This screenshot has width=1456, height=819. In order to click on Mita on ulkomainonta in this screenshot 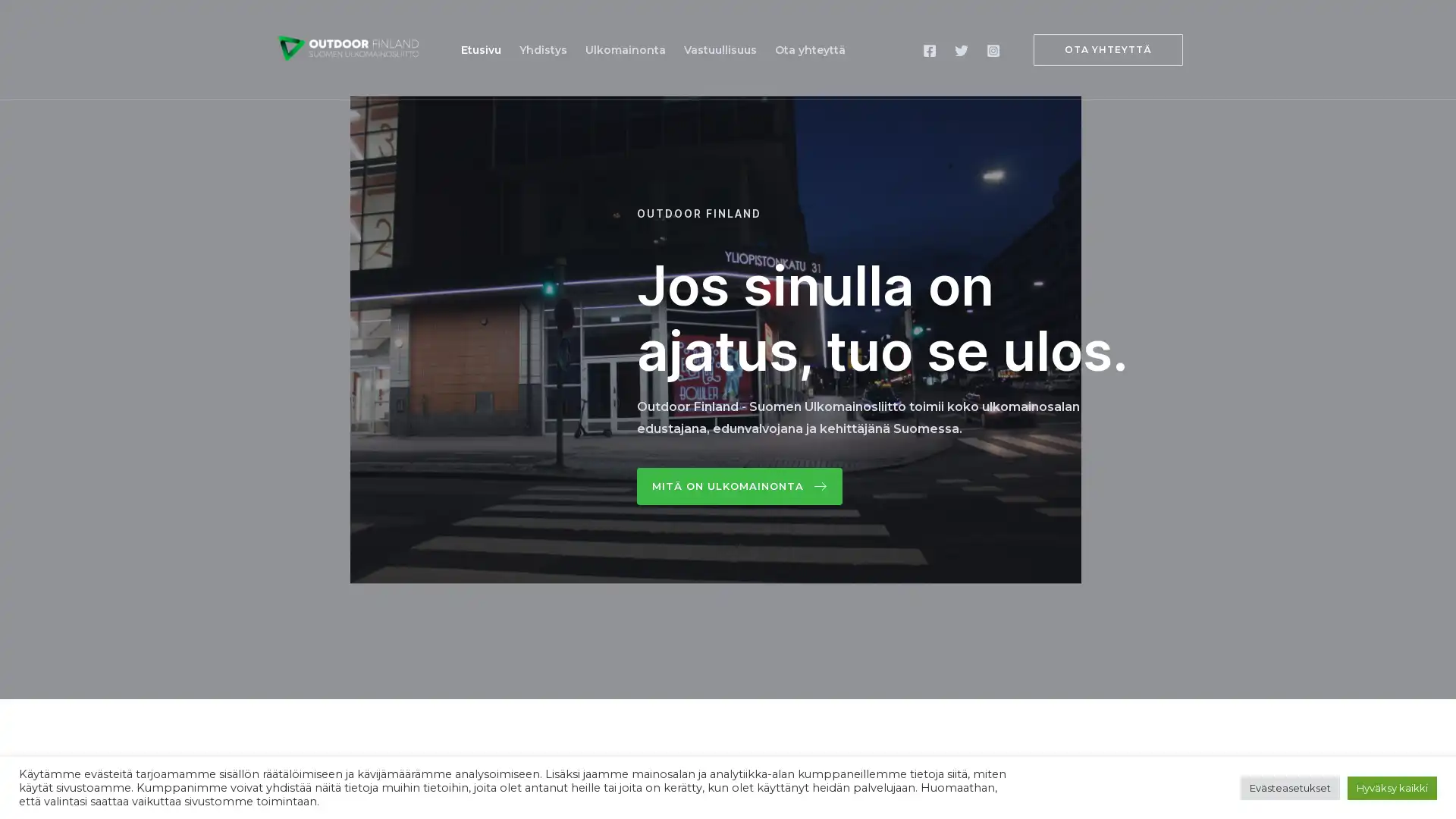, I will do `click(739, 485)`.